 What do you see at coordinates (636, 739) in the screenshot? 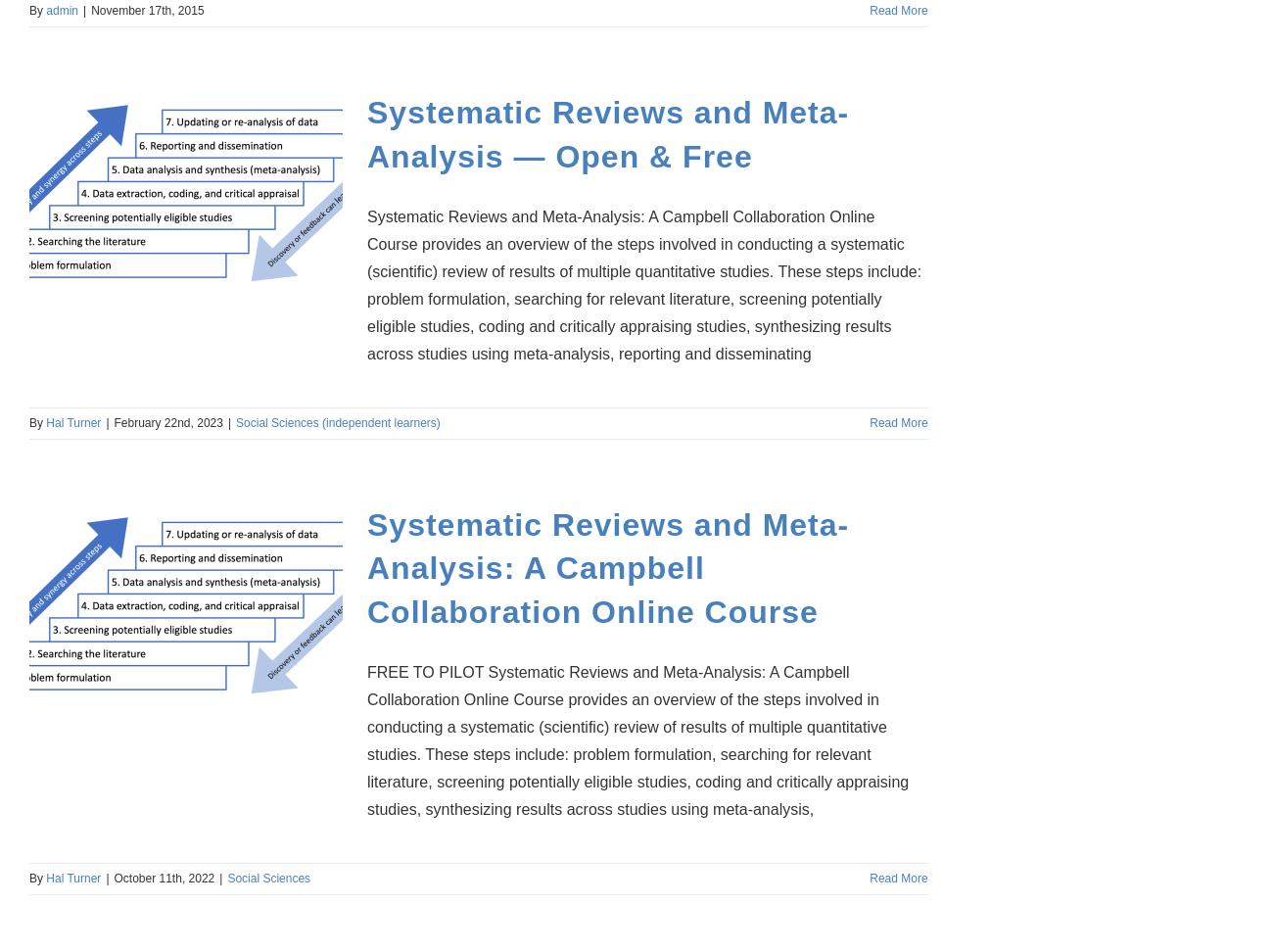
I see `'FREE TO PILOT Systematic Reviews and Meta-Analysis: A Campbell Collaboration Online Course provides an overview of the steps involved in conducting a systematic (scientific) review of results of multiple quantitative studies. These steps include: problem formulation, searching for relevant literature, screening potentially eligible studies, coding and critically appraising studies, synthesizing results across studies using meta-analysis,'` at bounding box center [636, 739].